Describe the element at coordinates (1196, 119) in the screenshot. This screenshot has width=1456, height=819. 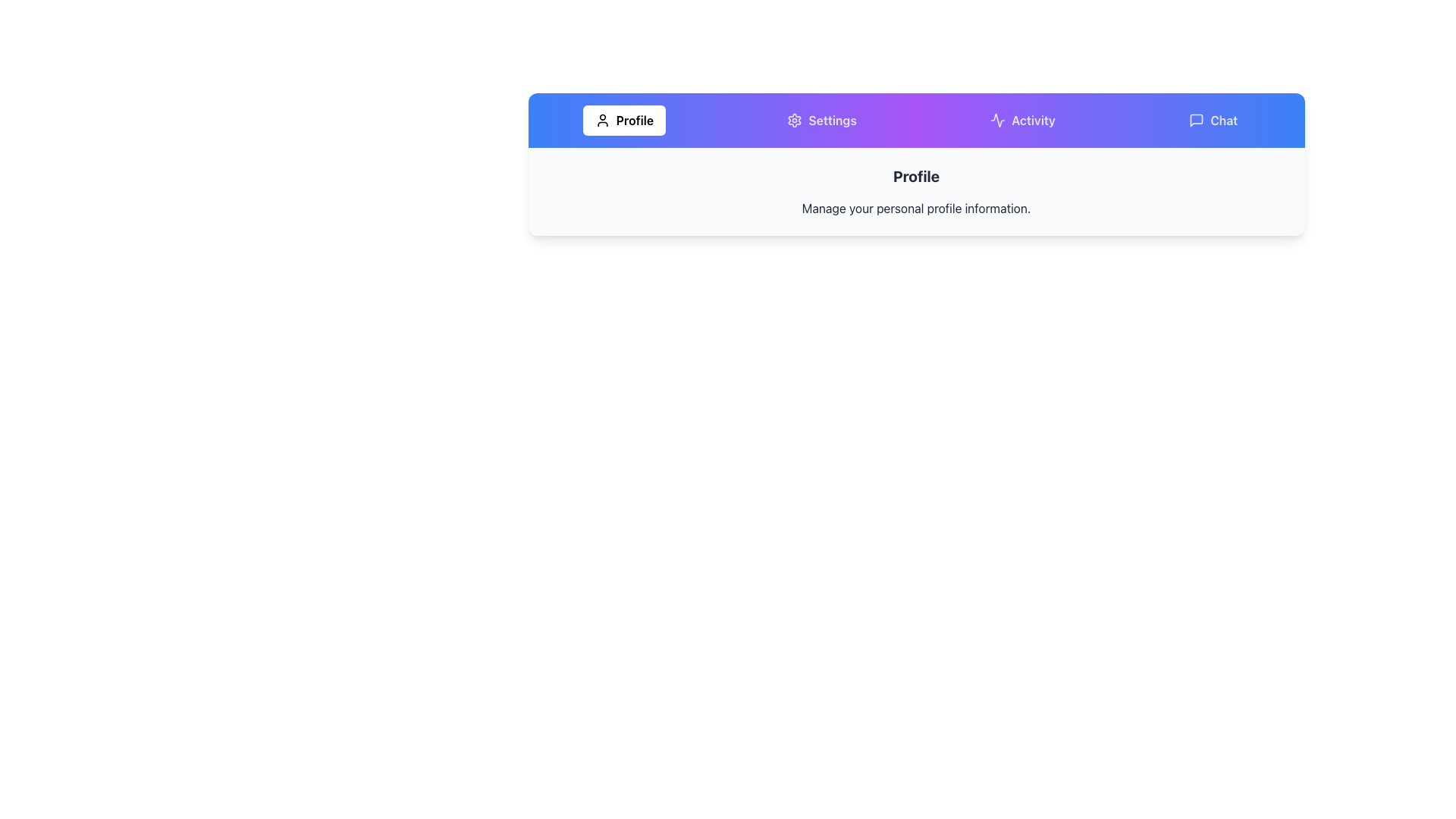
I see `the chat icon located to the left of the 'Chat' text label within the Chat button at the top-right corner of the interface` at that location.